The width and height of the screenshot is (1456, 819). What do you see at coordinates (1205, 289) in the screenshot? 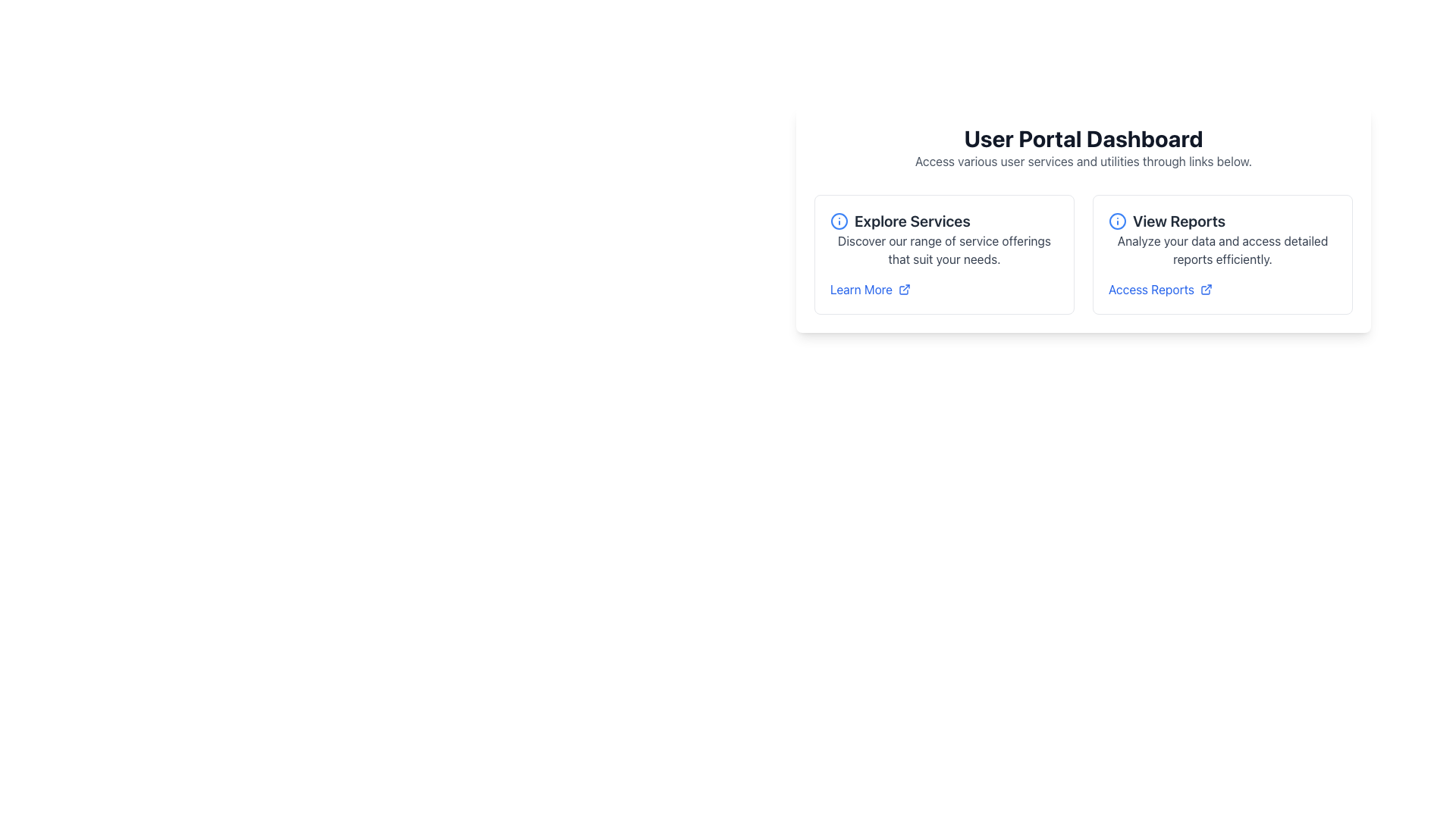
I see `the small blue external link icon with a minimalist arrow design located to the right of the 'Access Reports' text in the 'View Reports' section` at bounding box center [1205, 289].